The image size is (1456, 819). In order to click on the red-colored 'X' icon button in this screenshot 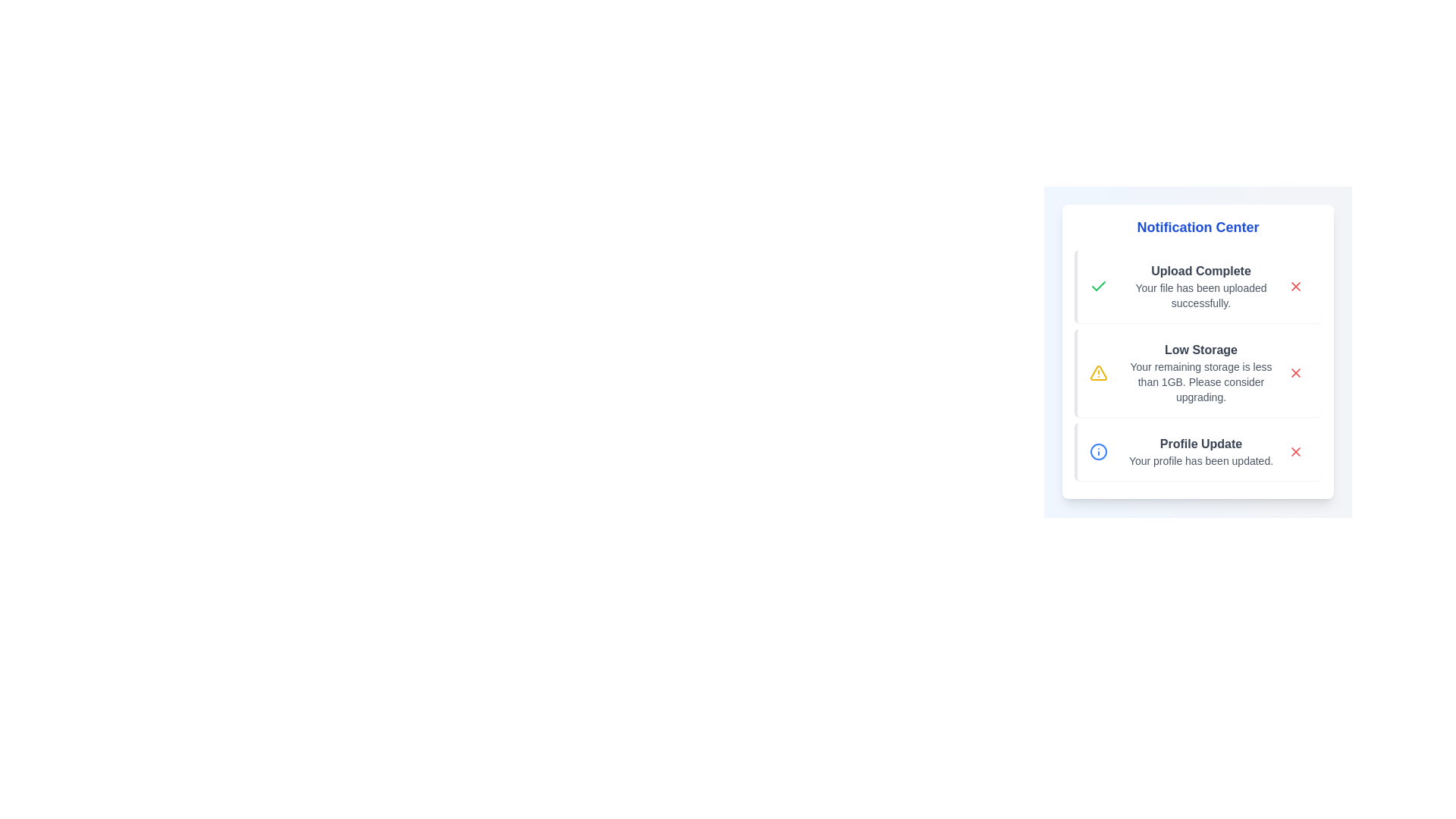, I will do `click(1294, 373)`.